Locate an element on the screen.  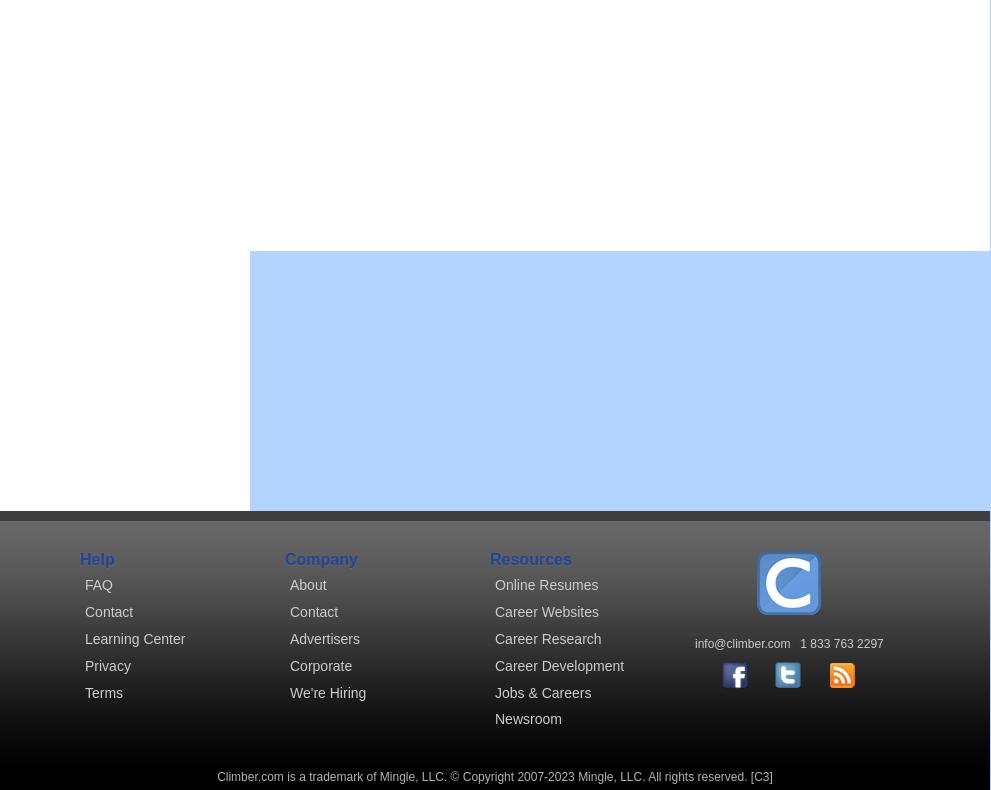
'Corporate' is located at coordinates (320, 664).